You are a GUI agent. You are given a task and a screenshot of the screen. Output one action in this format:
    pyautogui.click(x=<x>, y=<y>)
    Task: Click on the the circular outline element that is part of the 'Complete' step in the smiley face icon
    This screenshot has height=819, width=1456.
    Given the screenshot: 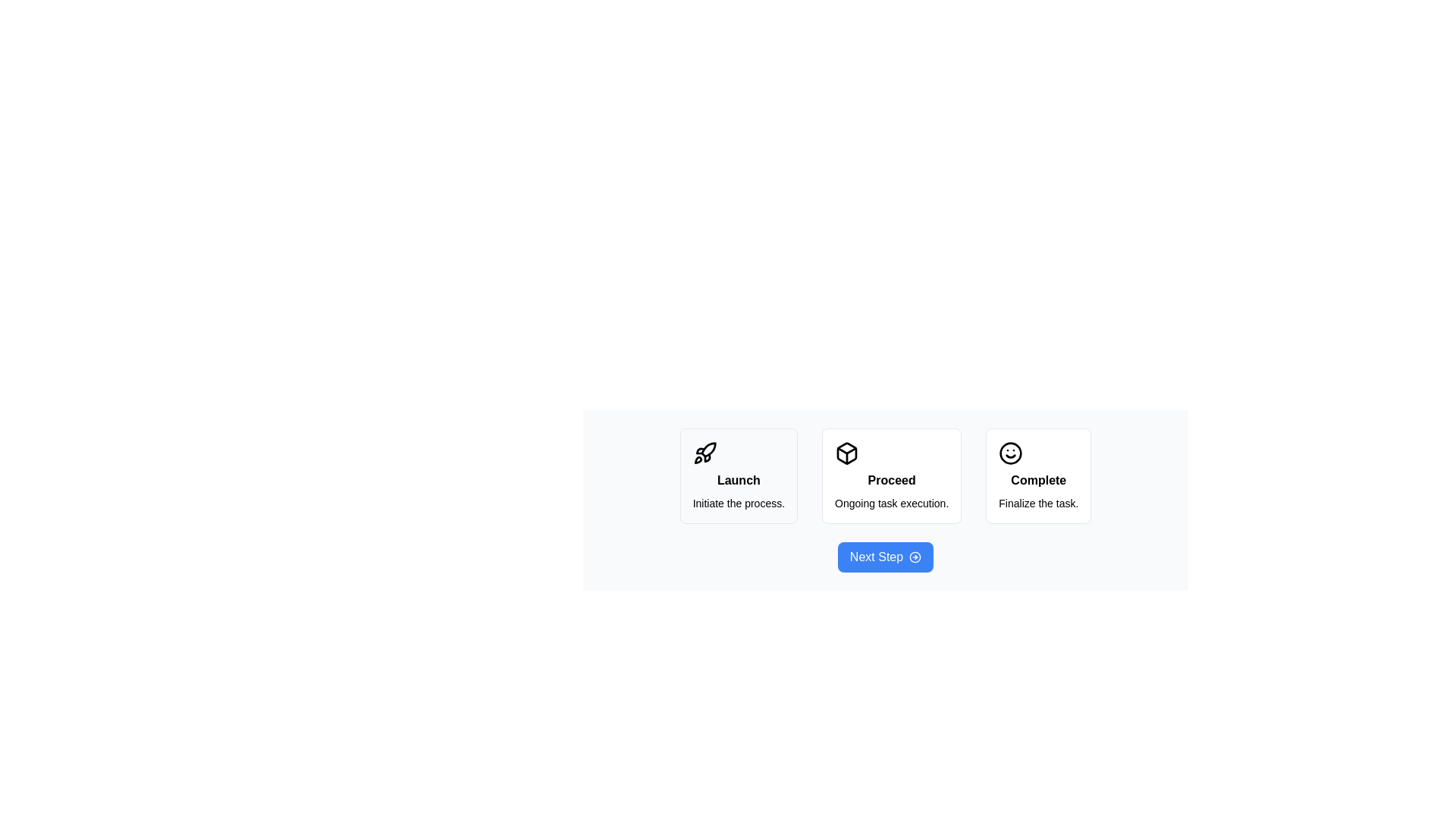 What is the action you would take?
    pyautogui.click(x=1011, y=452)
    